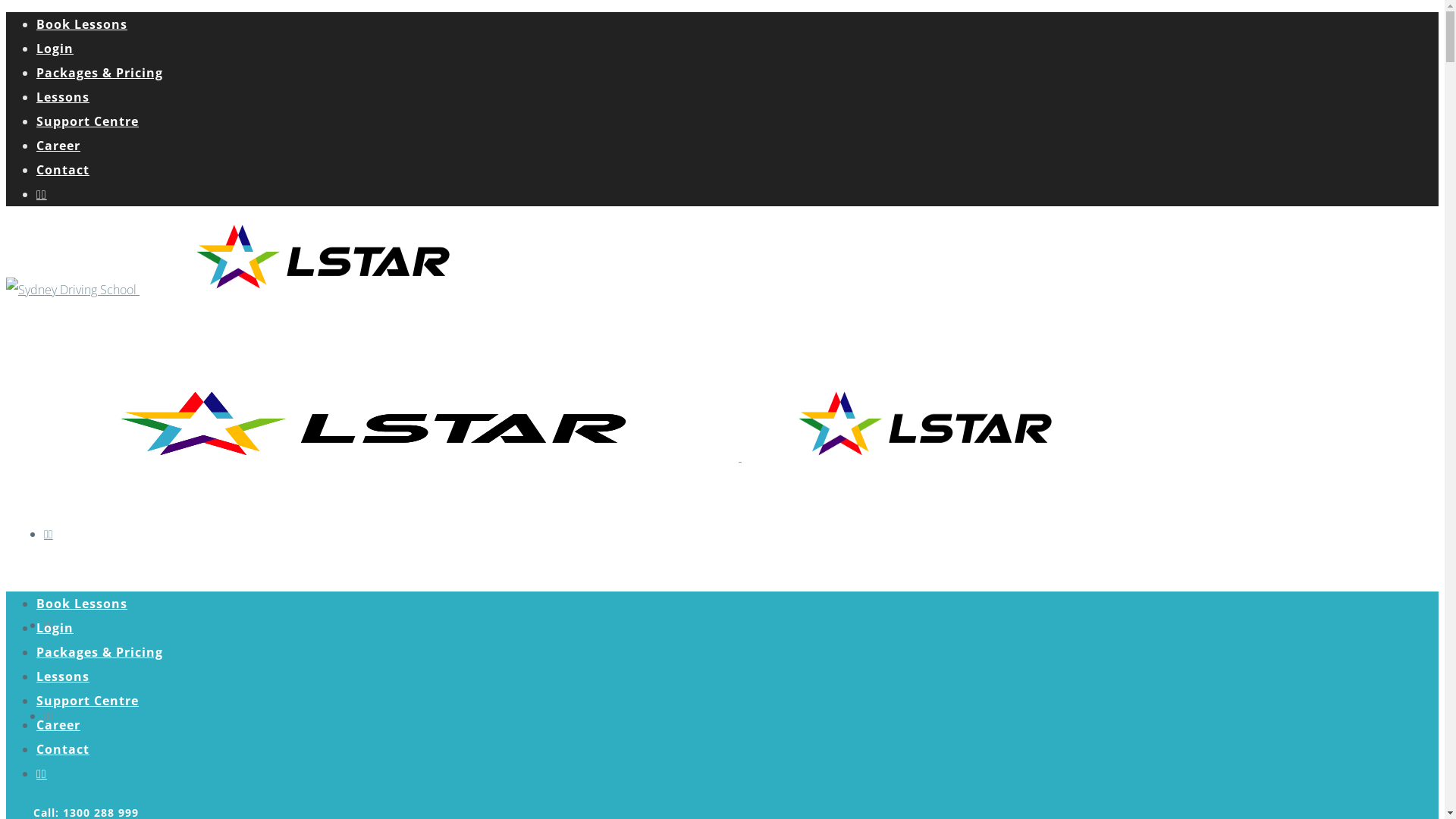  I want to click on 'Lessons', so click(61, 96).